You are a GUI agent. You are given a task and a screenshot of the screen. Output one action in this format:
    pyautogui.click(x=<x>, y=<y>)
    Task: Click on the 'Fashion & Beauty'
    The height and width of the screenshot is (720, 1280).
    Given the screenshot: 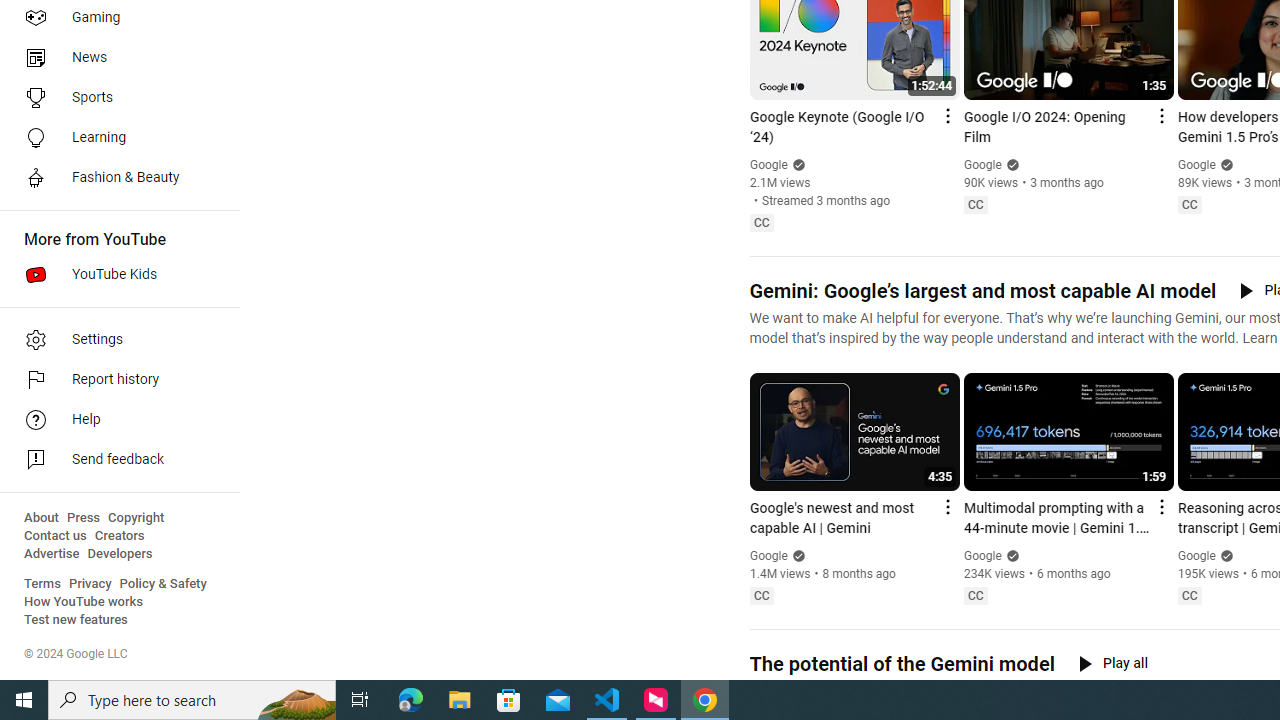 What is the action you would take?
    pyautogui.click(x=112, y=176)
    